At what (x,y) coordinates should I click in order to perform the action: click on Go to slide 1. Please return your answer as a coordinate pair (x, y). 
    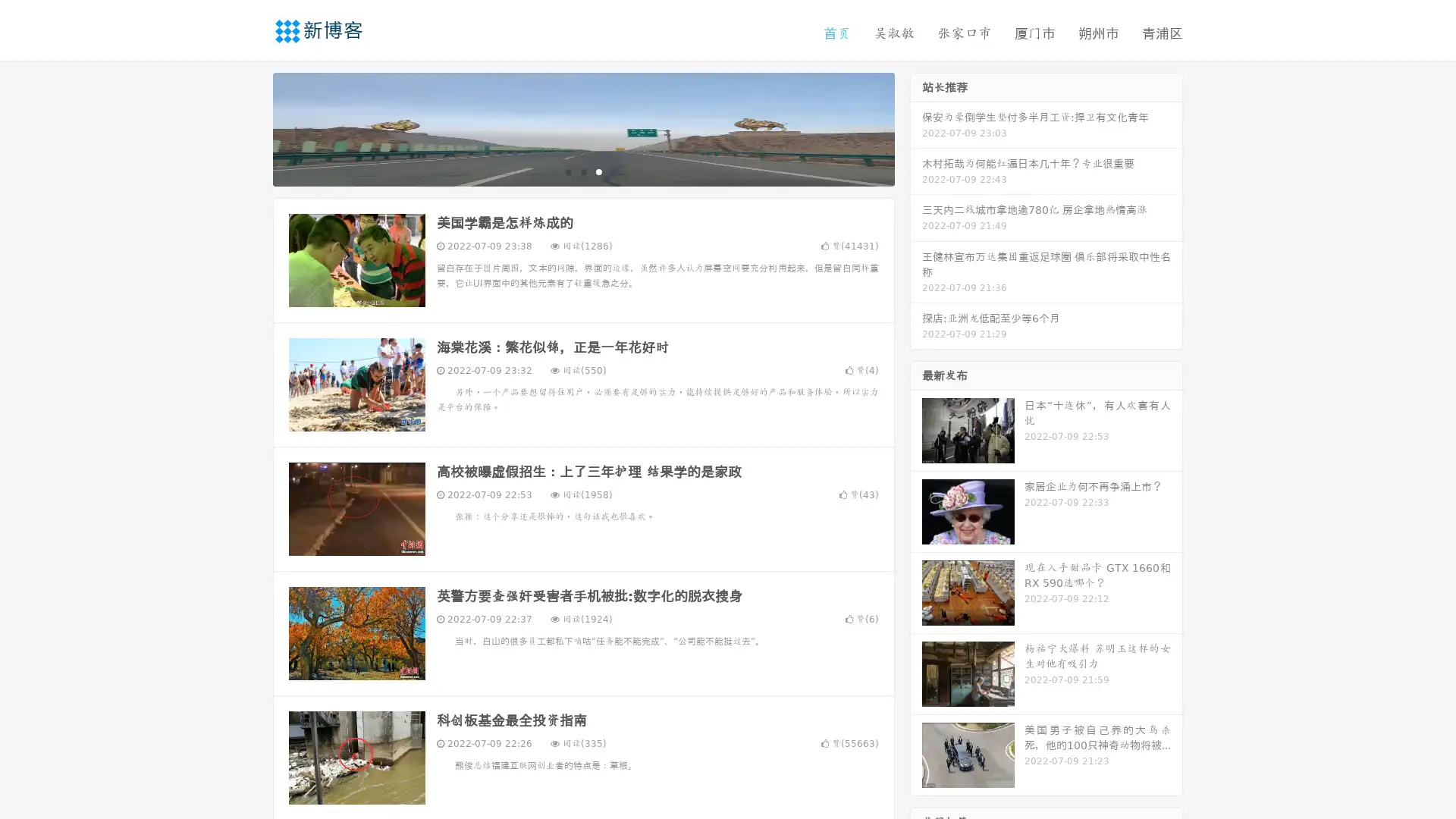
    Looking at the image, I should click on (567, 171).